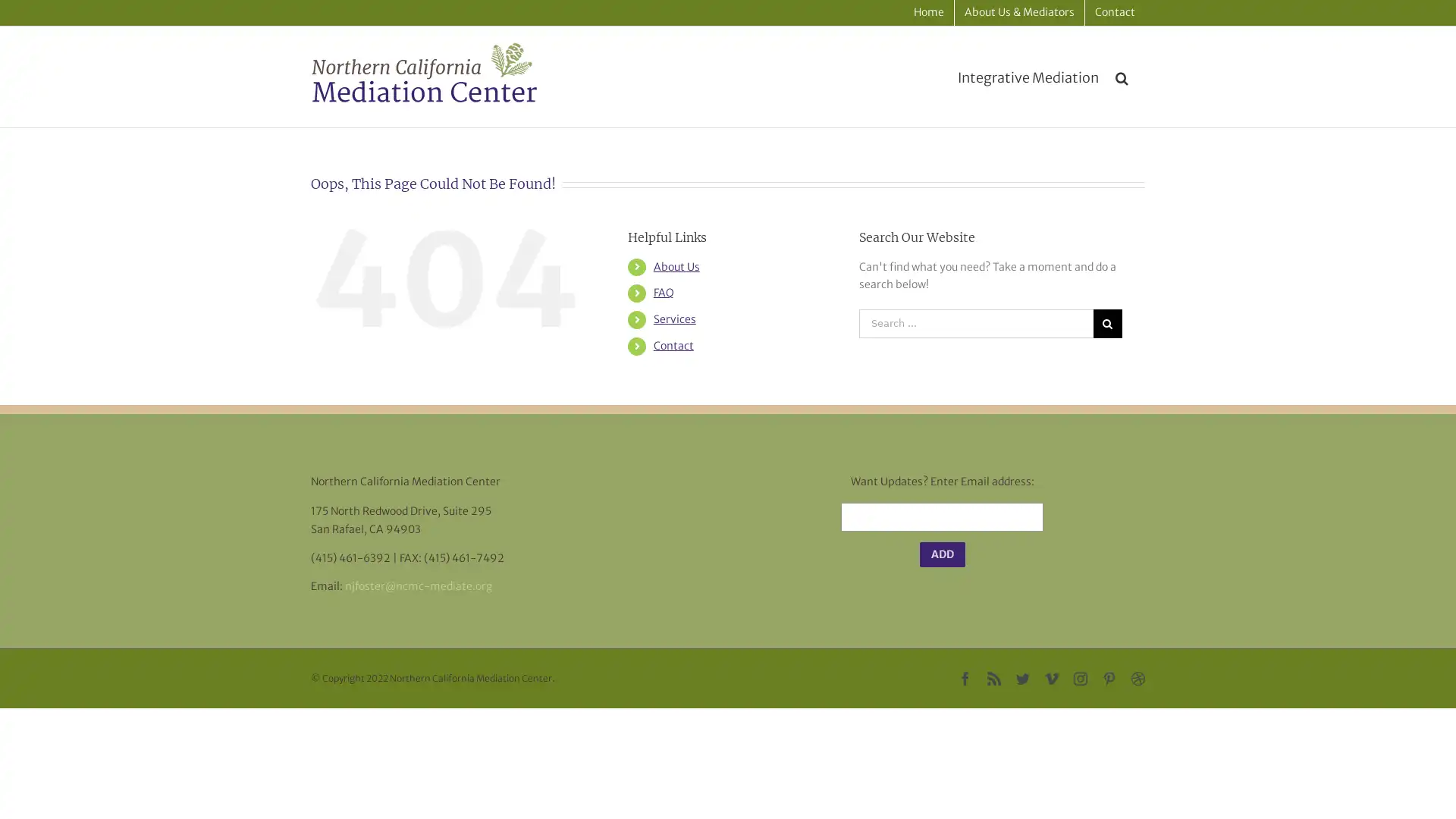  Describe the element at coordinates (941, 554) in the screenshot. I see `Add` at that location.